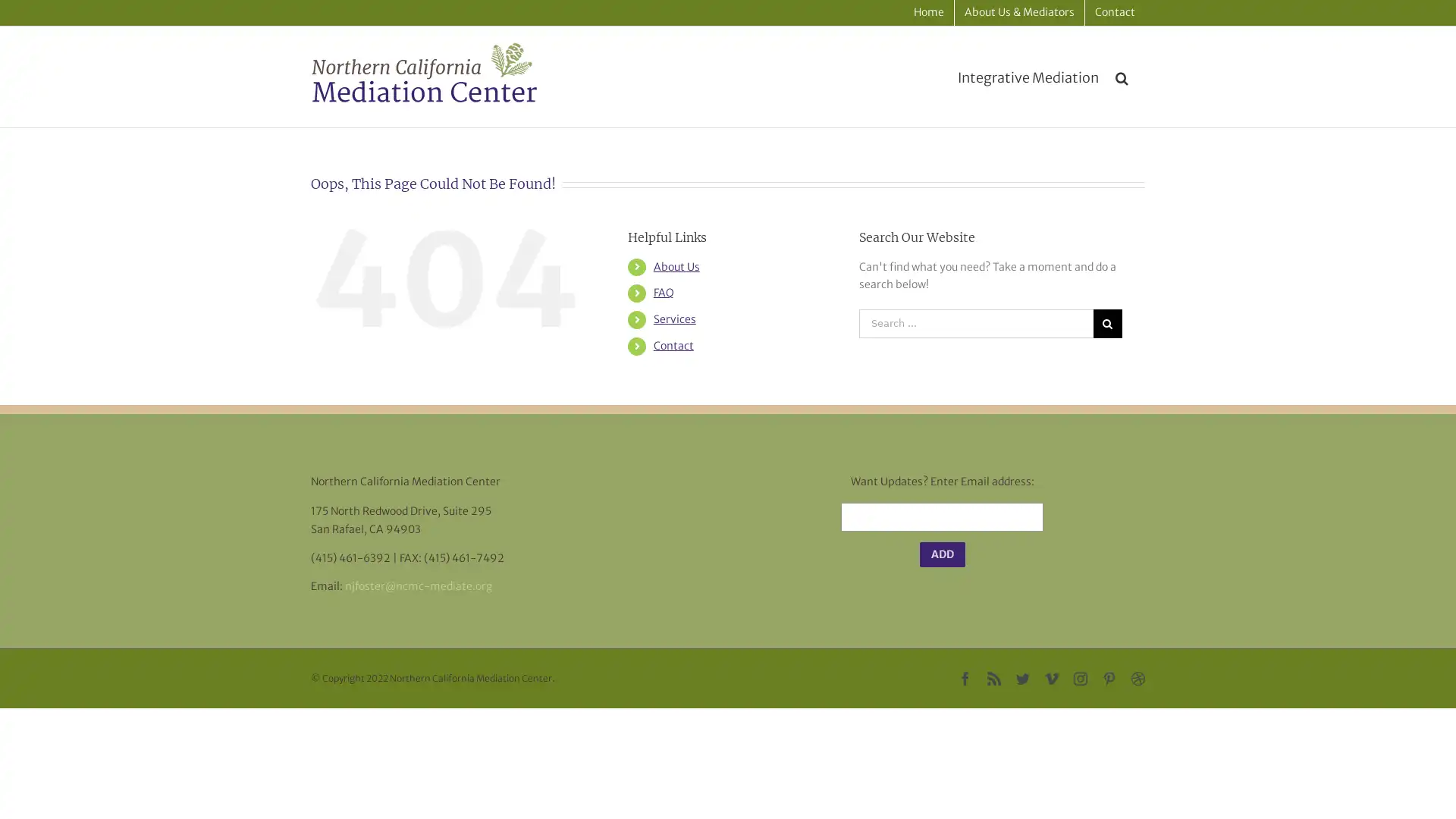  Describe the element at coordinates (941, 554) in the screenshot. I see `Add` at that location.